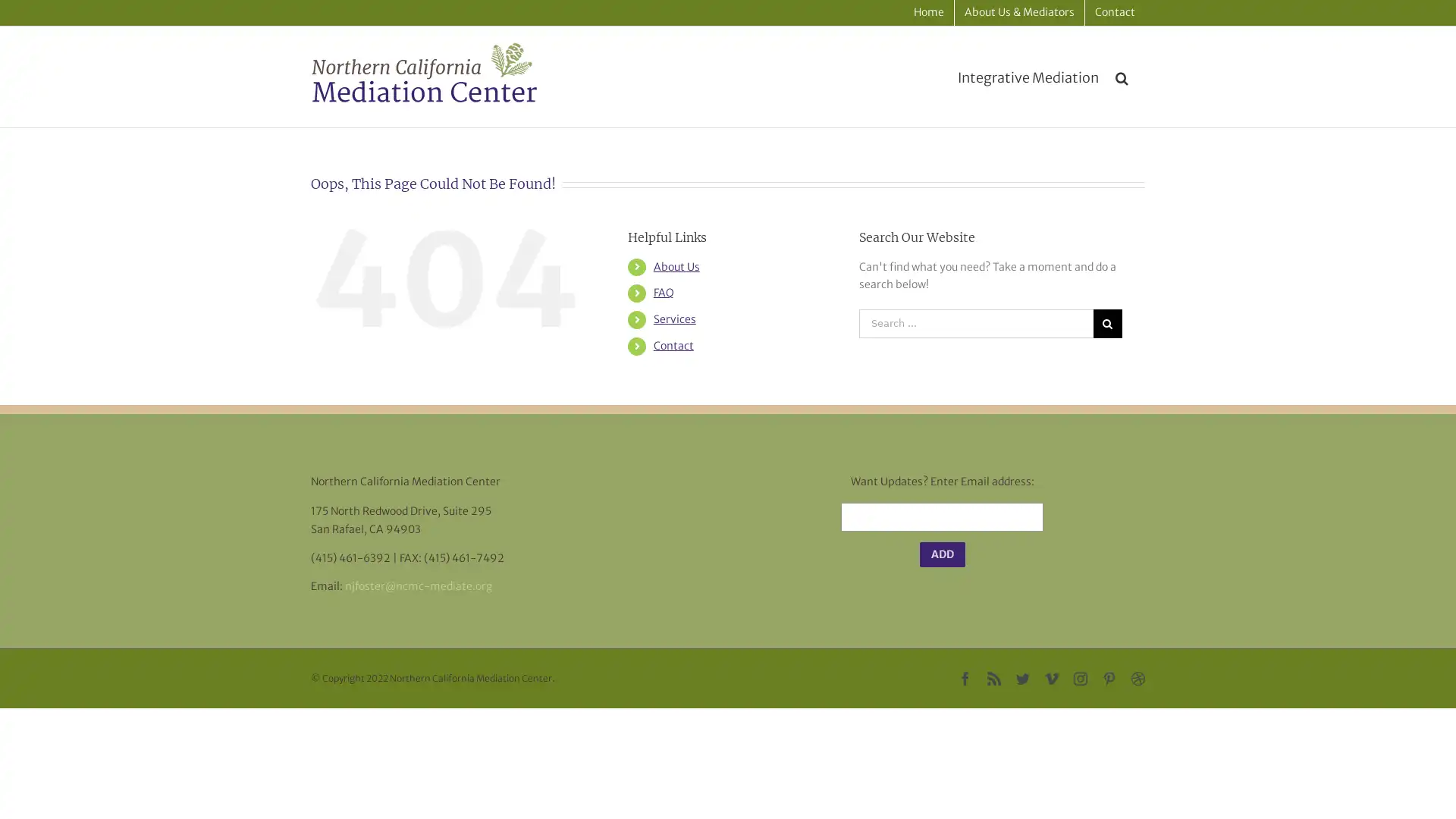  Describe the element at coordinates (941, 554) in the screenshot. I see `Add` at that location.